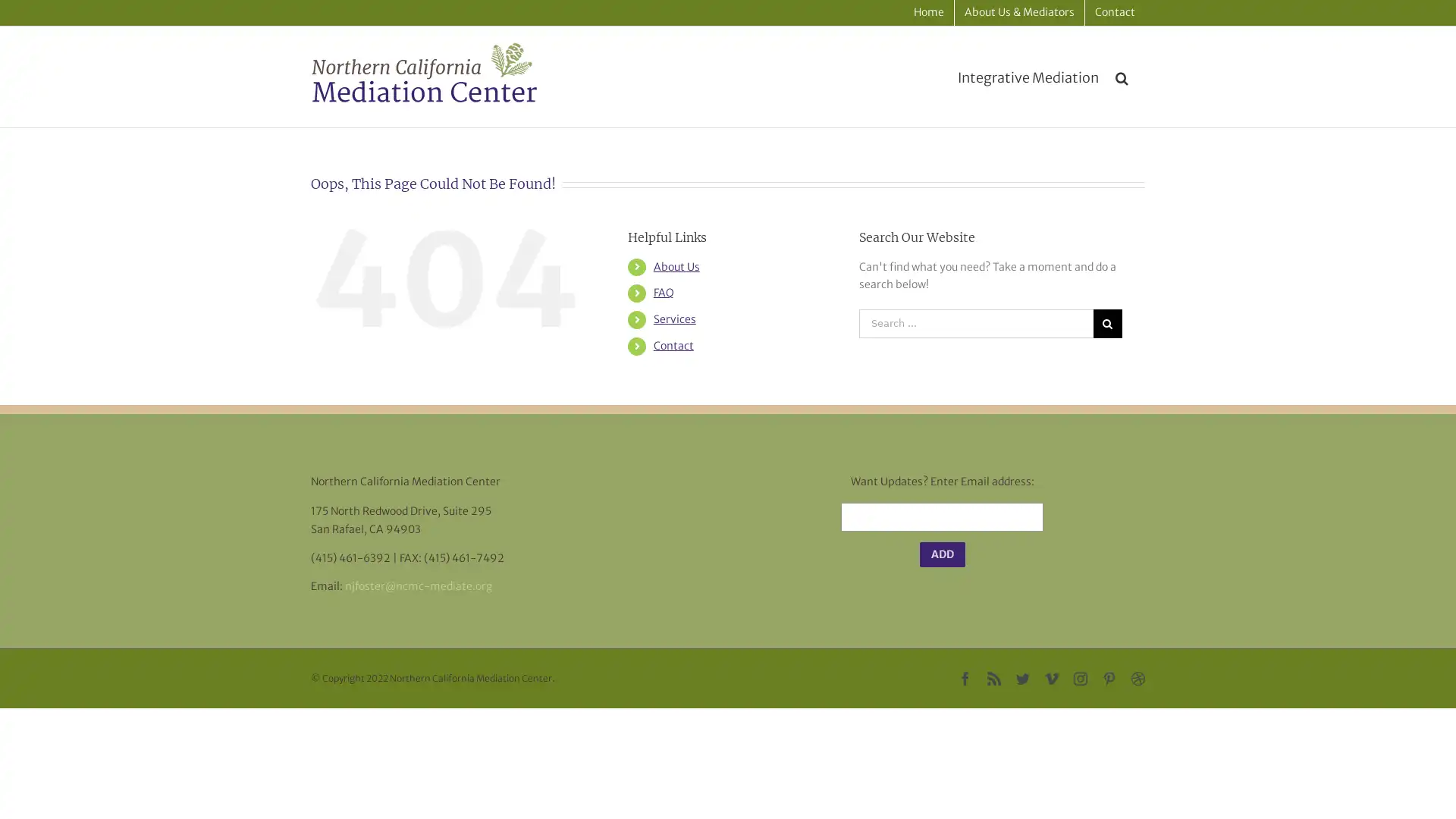  Describe the element at coordinates (941, 554) in the screenshot. I see `Add` at that location.